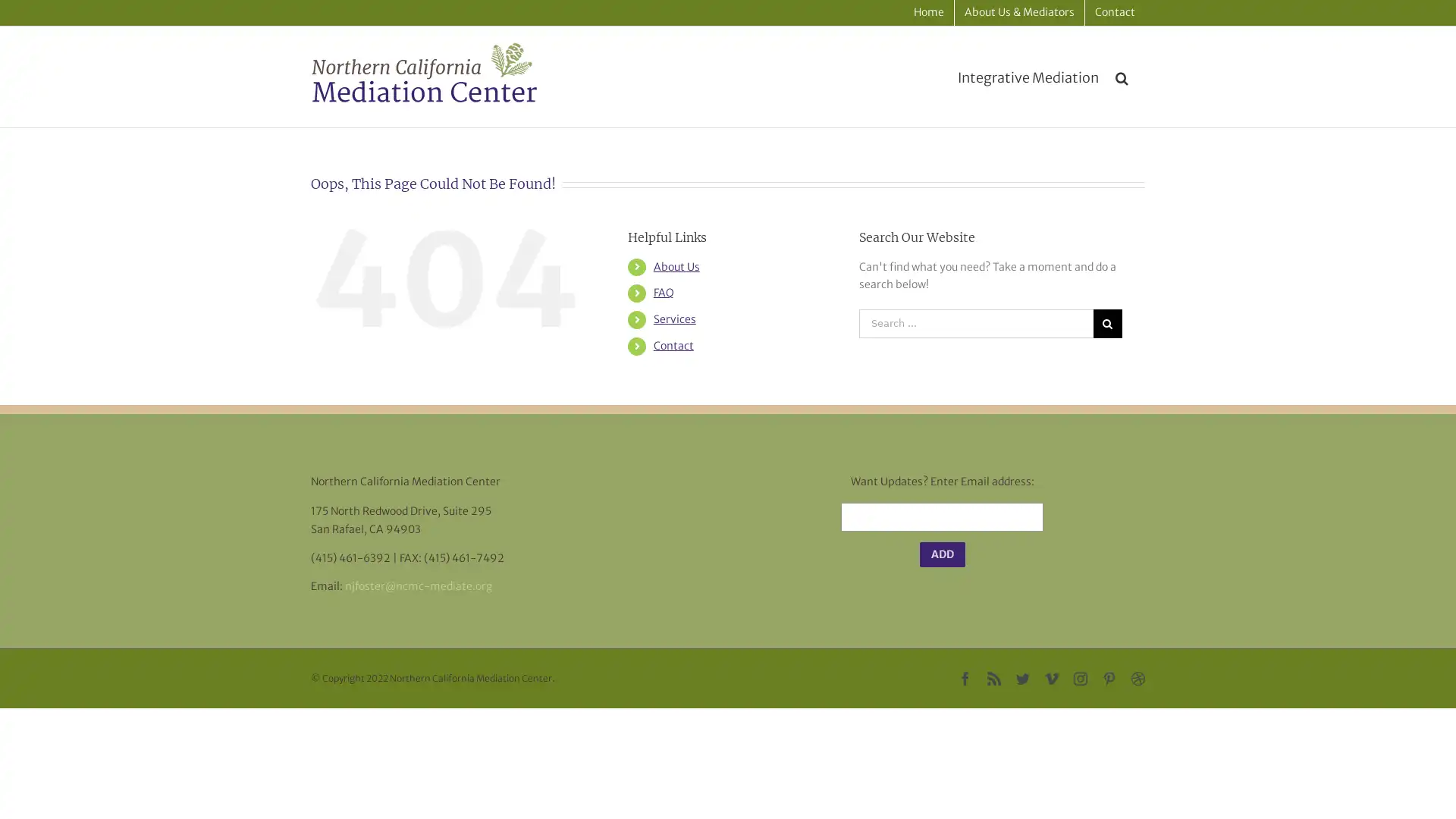  Describe the element at coordinates (941, 554) in the screenshot. I see `Add` at that location.